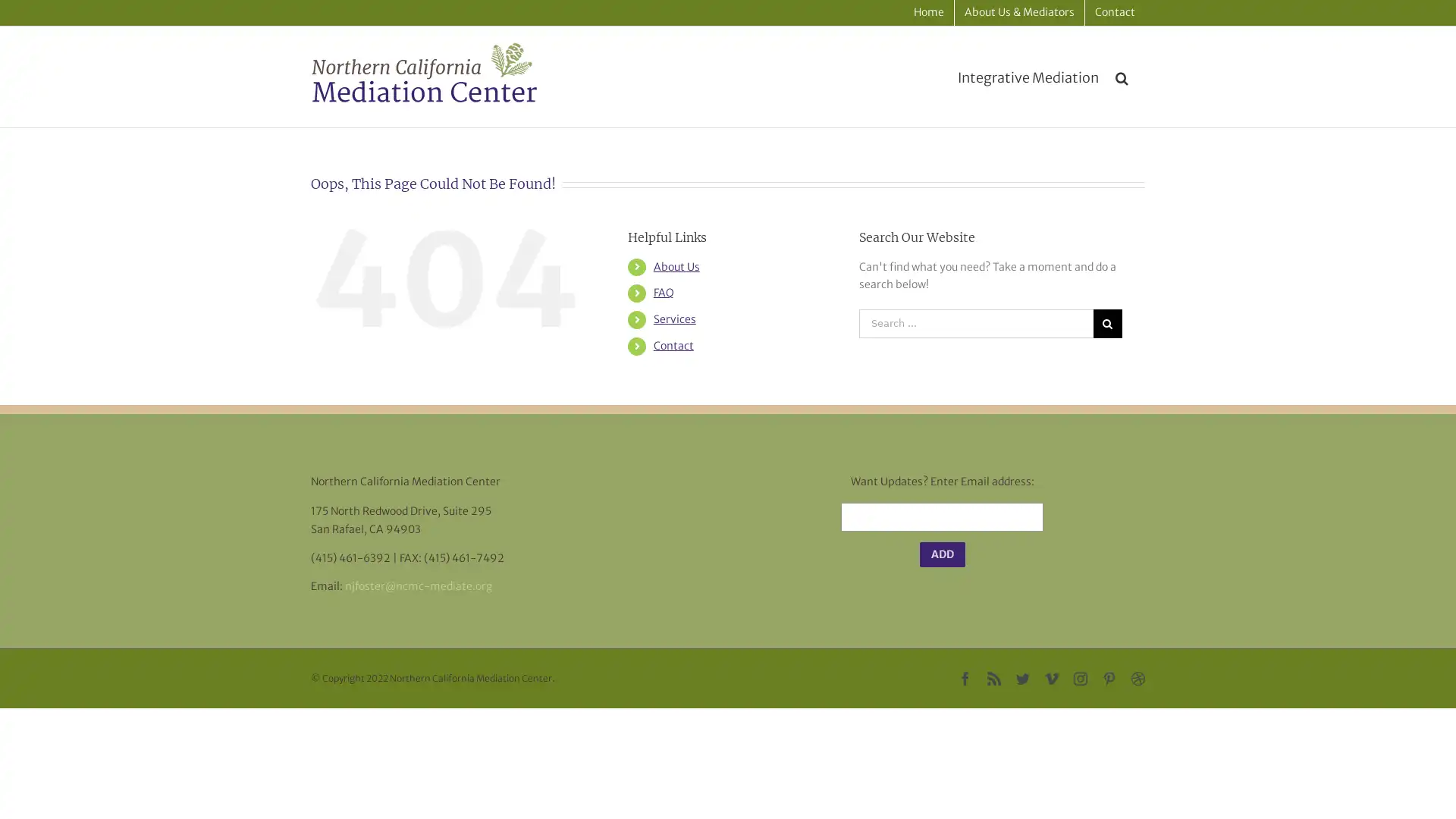  Describe the element at coordinates (941, 554) in the screenshot. I see `Add` at that location.